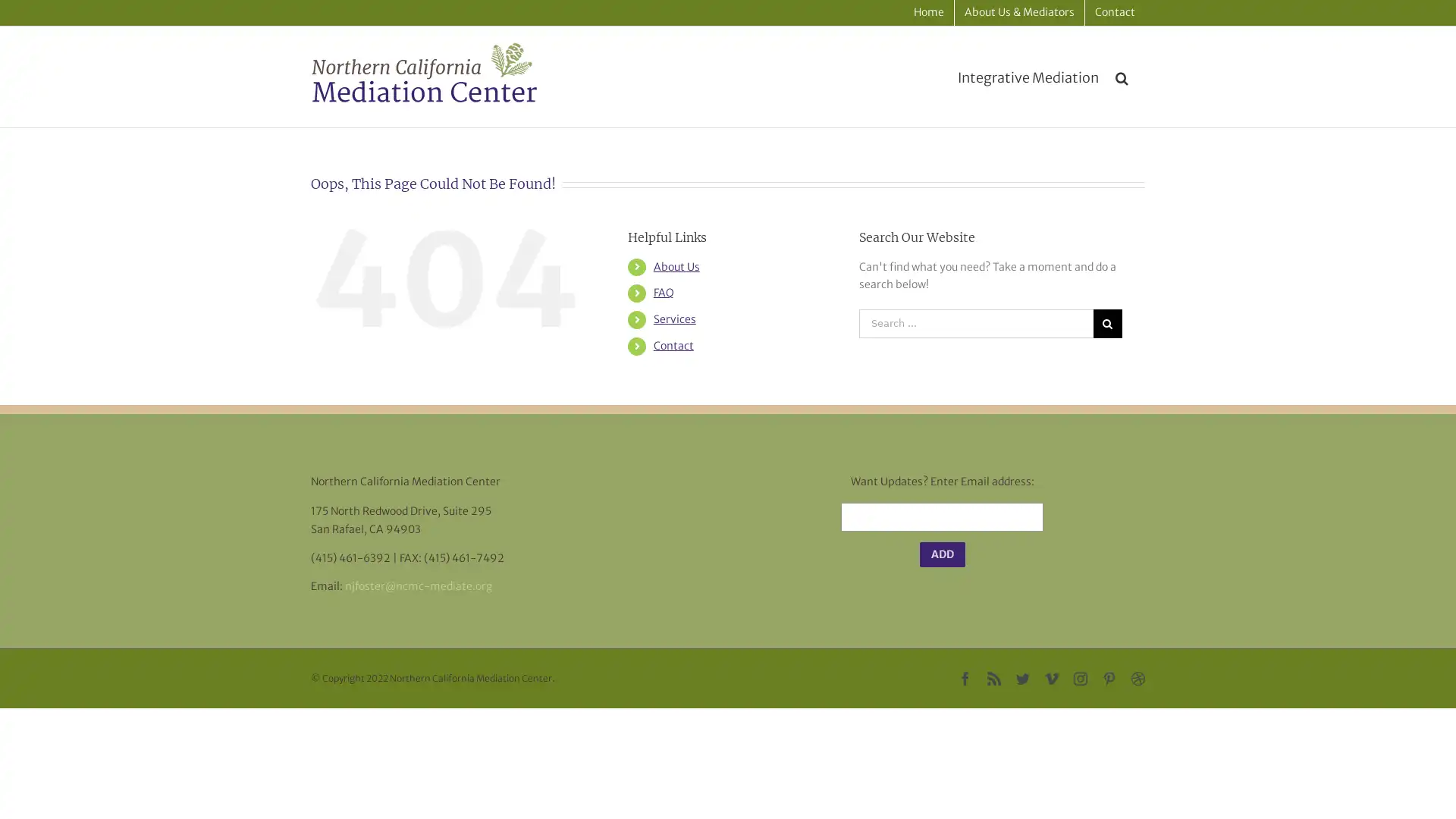  Describe the element at coordinates (941, 554) in the screenshot. I see `Add` at that location.